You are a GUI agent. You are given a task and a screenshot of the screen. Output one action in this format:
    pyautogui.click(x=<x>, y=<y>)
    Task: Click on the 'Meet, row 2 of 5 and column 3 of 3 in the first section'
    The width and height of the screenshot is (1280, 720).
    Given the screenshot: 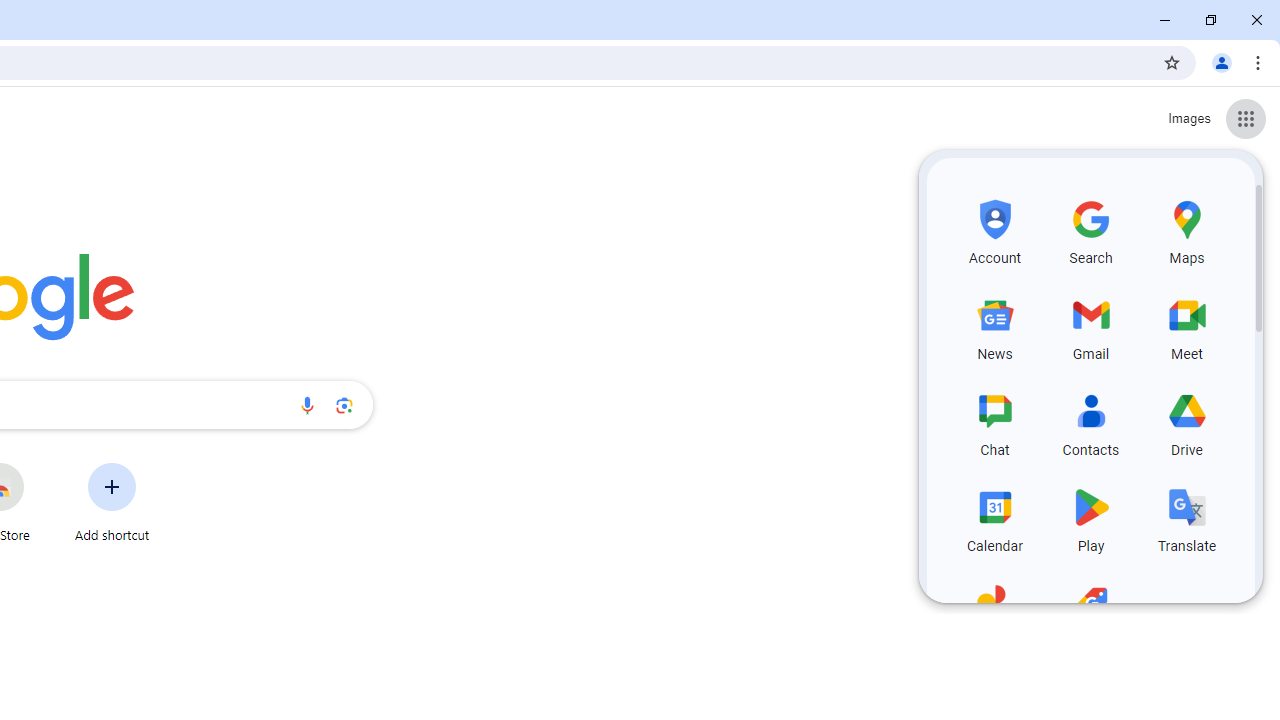 What is the action you would take?
    pyautogui.click(x=1187, y=324)
    